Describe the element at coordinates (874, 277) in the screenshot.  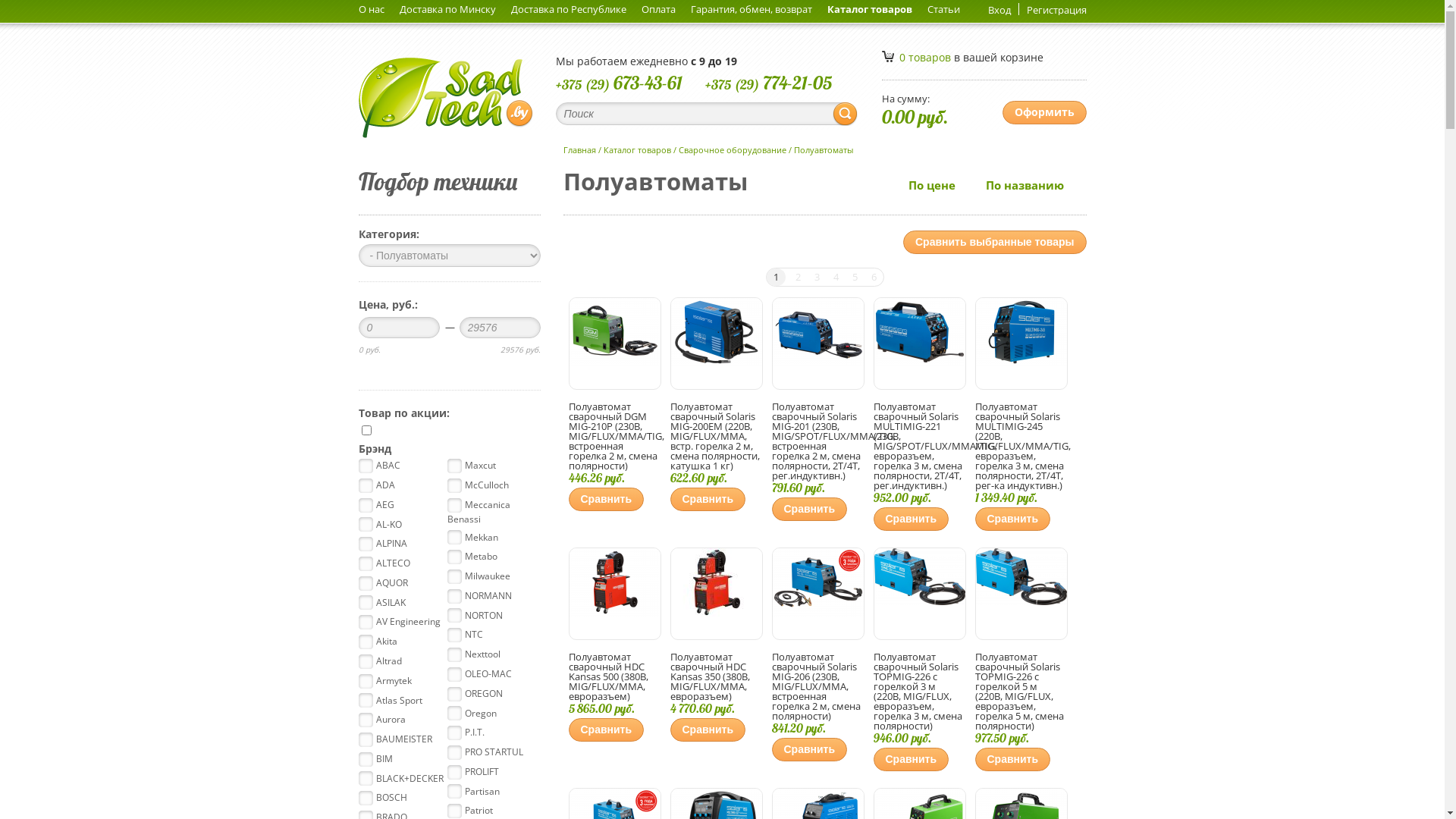
I see `'6'` at that location.